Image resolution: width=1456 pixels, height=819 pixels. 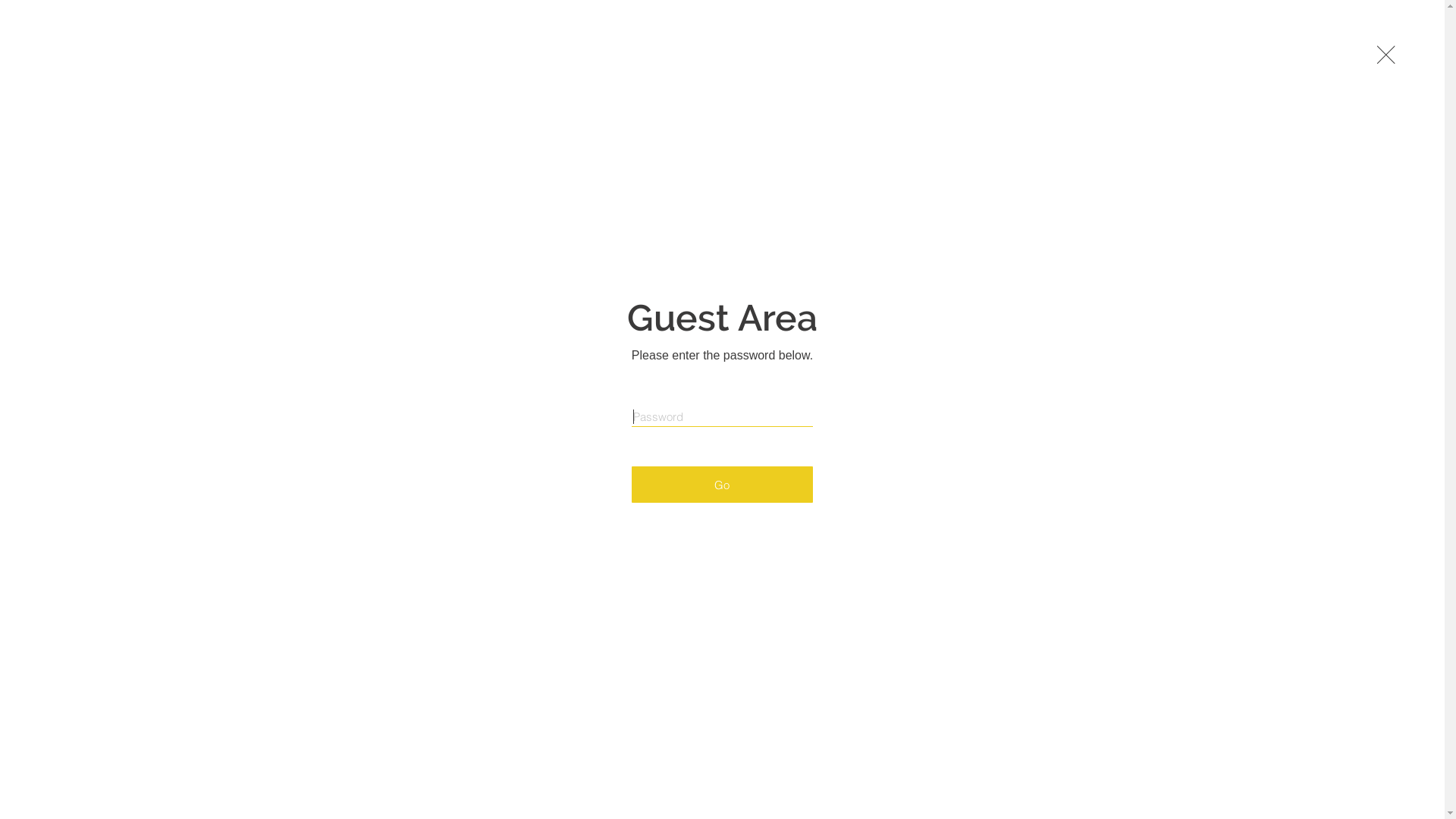 I want to click on 'Go', so click(x=632, y=485).